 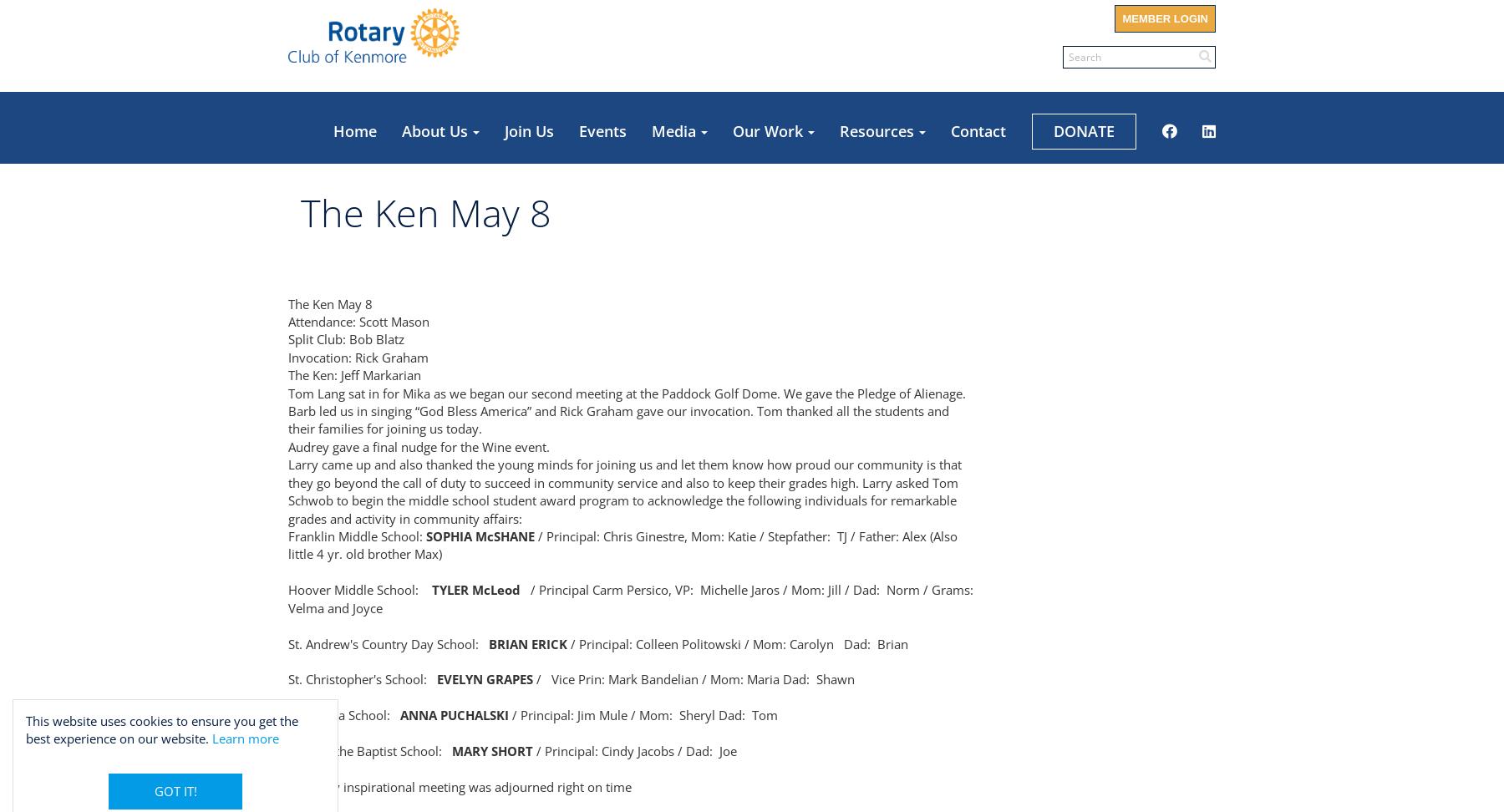 I want to click on 'MARY SHORT', so click(x=492, y=751).